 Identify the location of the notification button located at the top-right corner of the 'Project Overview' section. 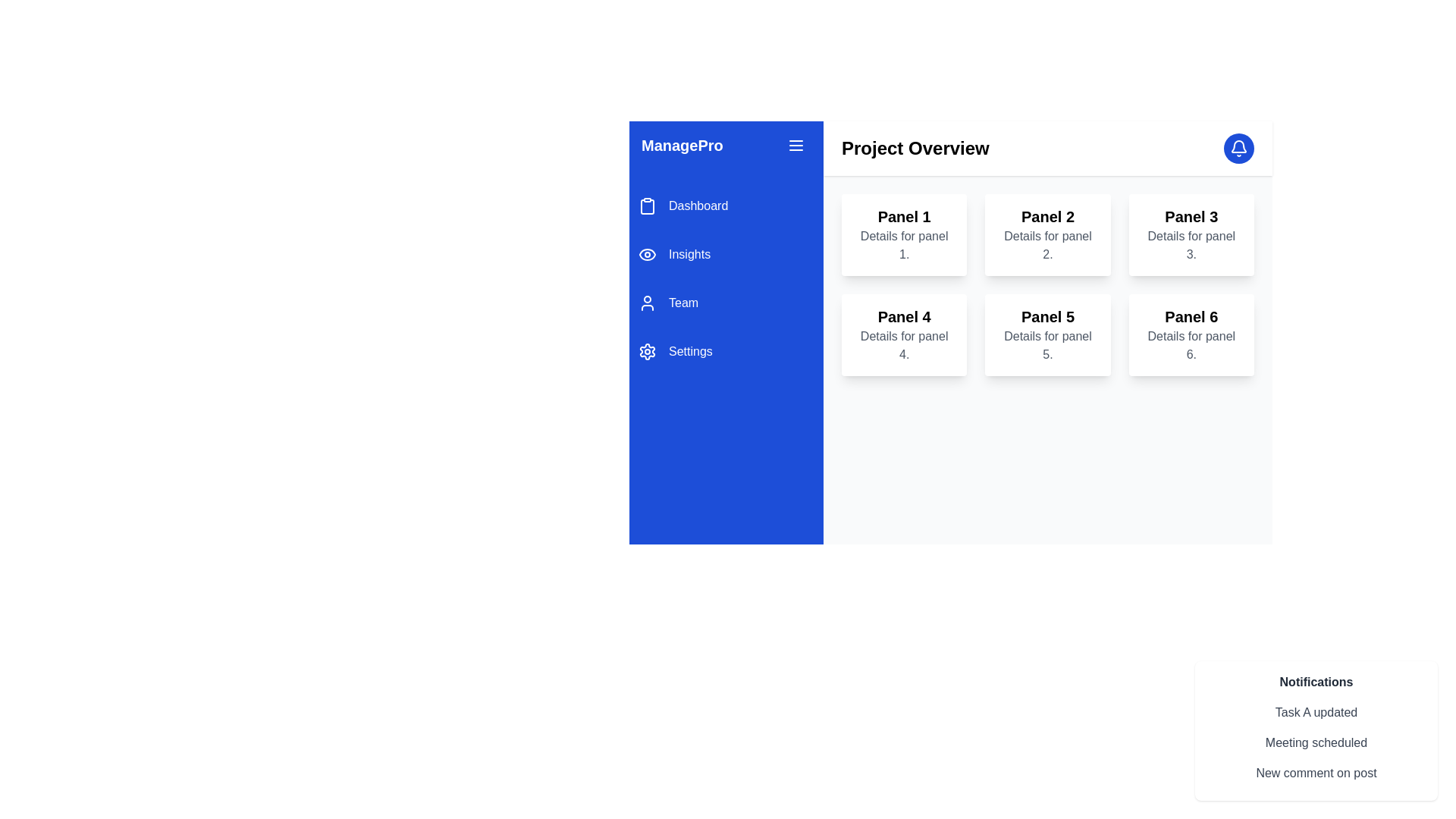
(1238, 149).